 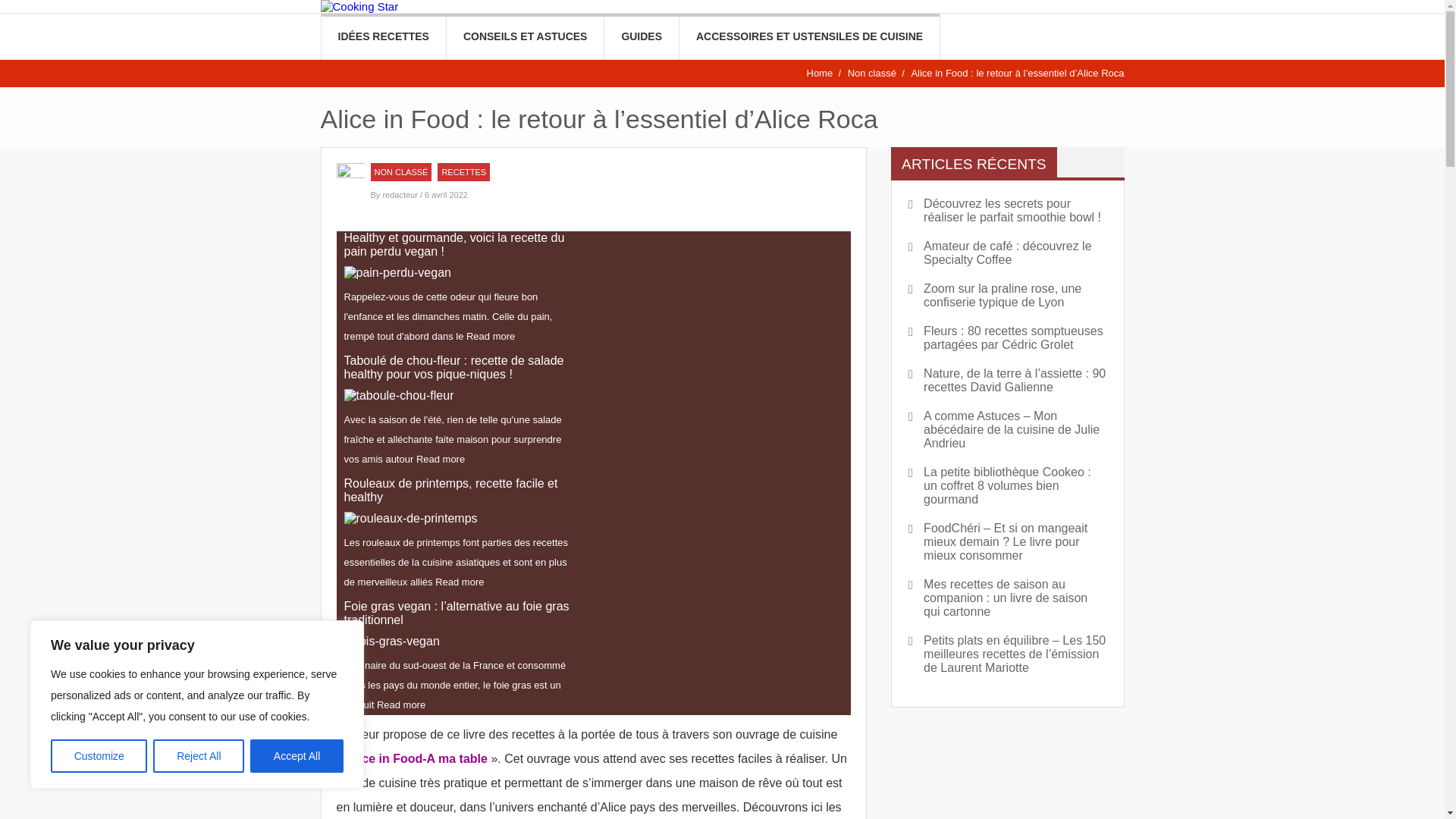 What do you see at coordinates (1007, 295) in the screenshot?
I see `'Zoom sur la praline rose, une confiserie typique de Lyon'` at bounding box center [1007, 295].